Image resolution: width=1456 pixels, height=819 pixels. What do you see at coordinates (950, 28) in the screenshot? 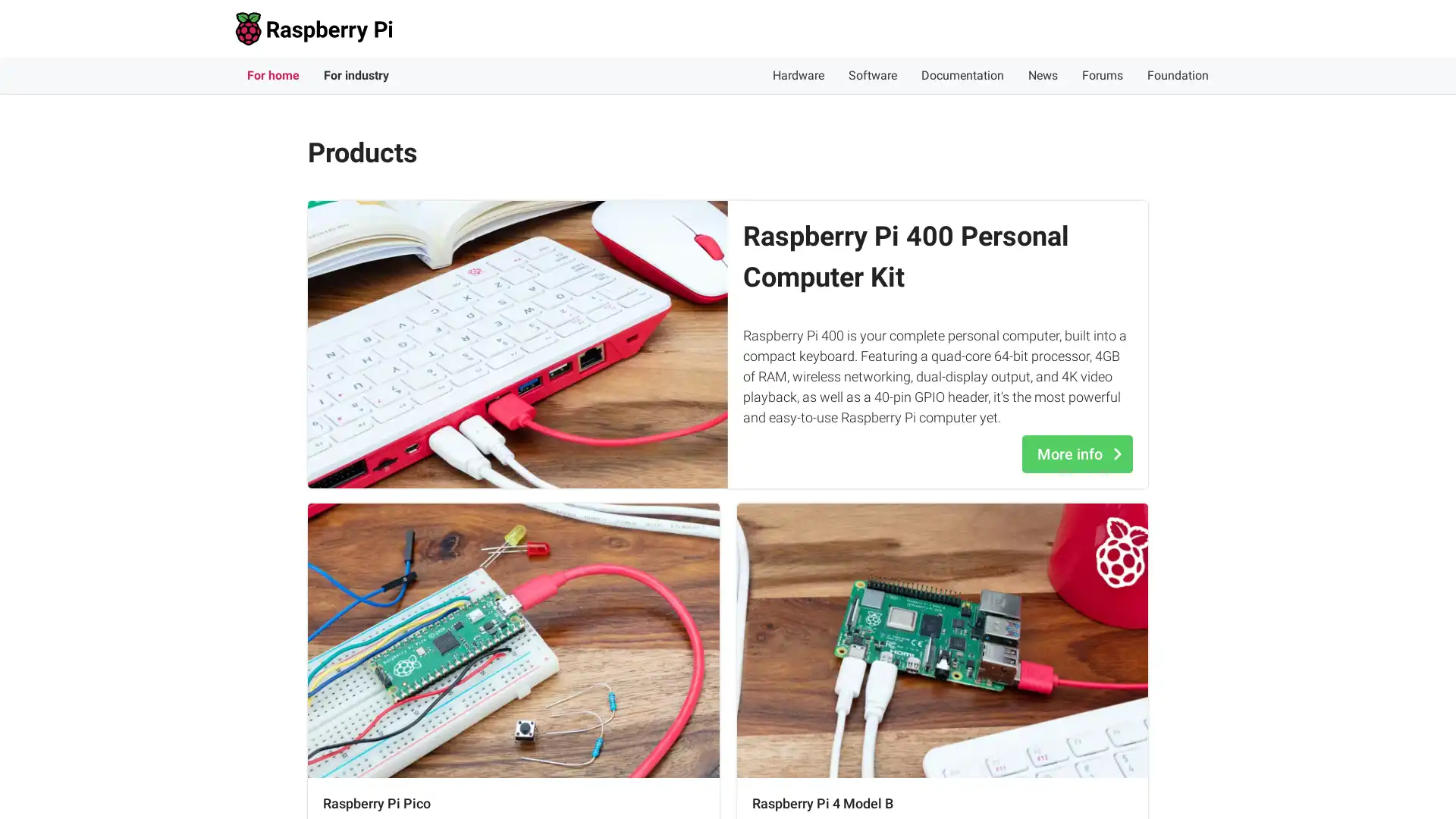
I see `Accept cookies` at bounding box center [950, 28].